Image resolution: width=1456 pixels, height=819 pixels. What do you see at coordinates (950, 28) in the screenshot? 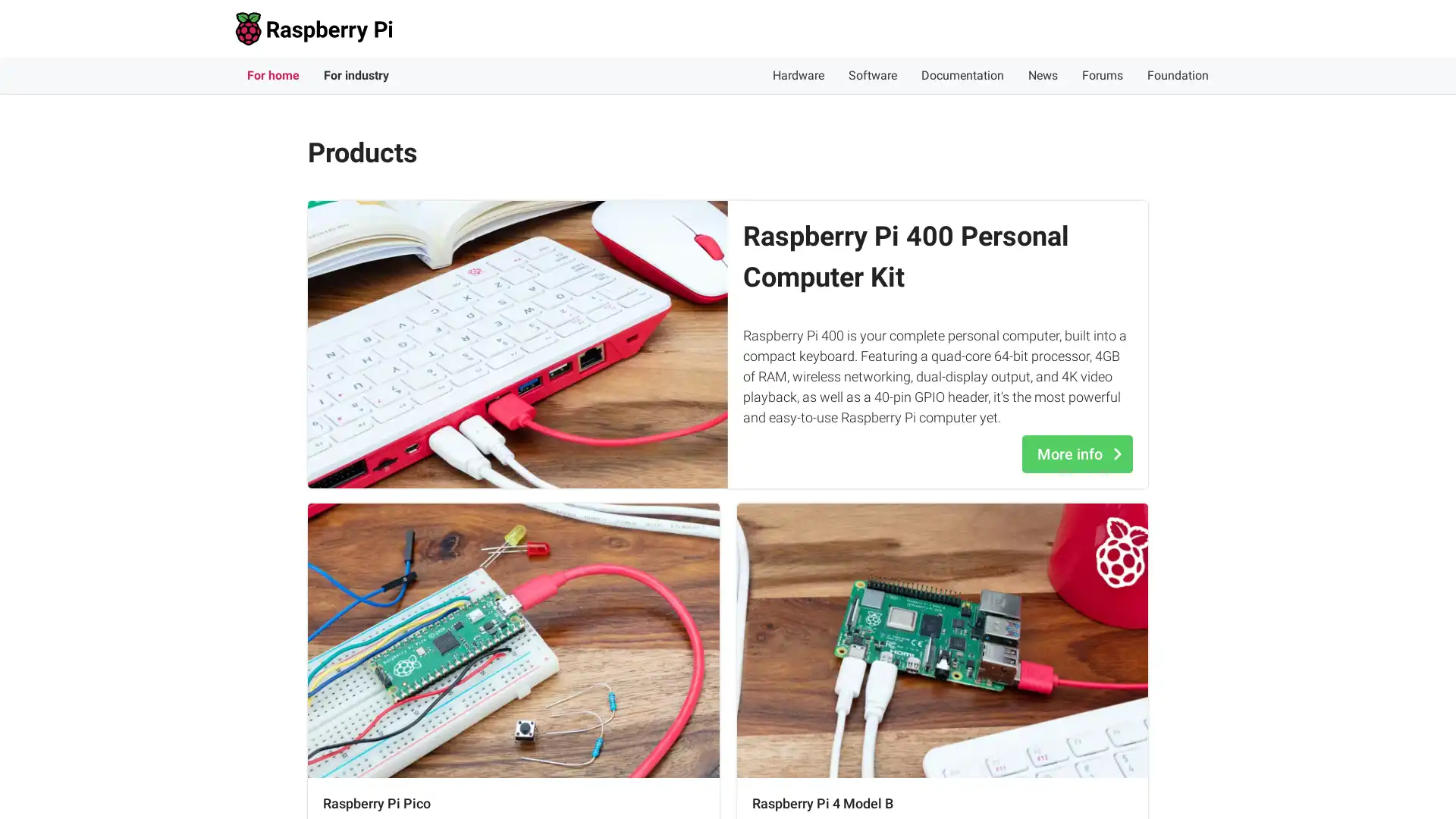
I see `Accept cookies` at bounding box center [950, 28].